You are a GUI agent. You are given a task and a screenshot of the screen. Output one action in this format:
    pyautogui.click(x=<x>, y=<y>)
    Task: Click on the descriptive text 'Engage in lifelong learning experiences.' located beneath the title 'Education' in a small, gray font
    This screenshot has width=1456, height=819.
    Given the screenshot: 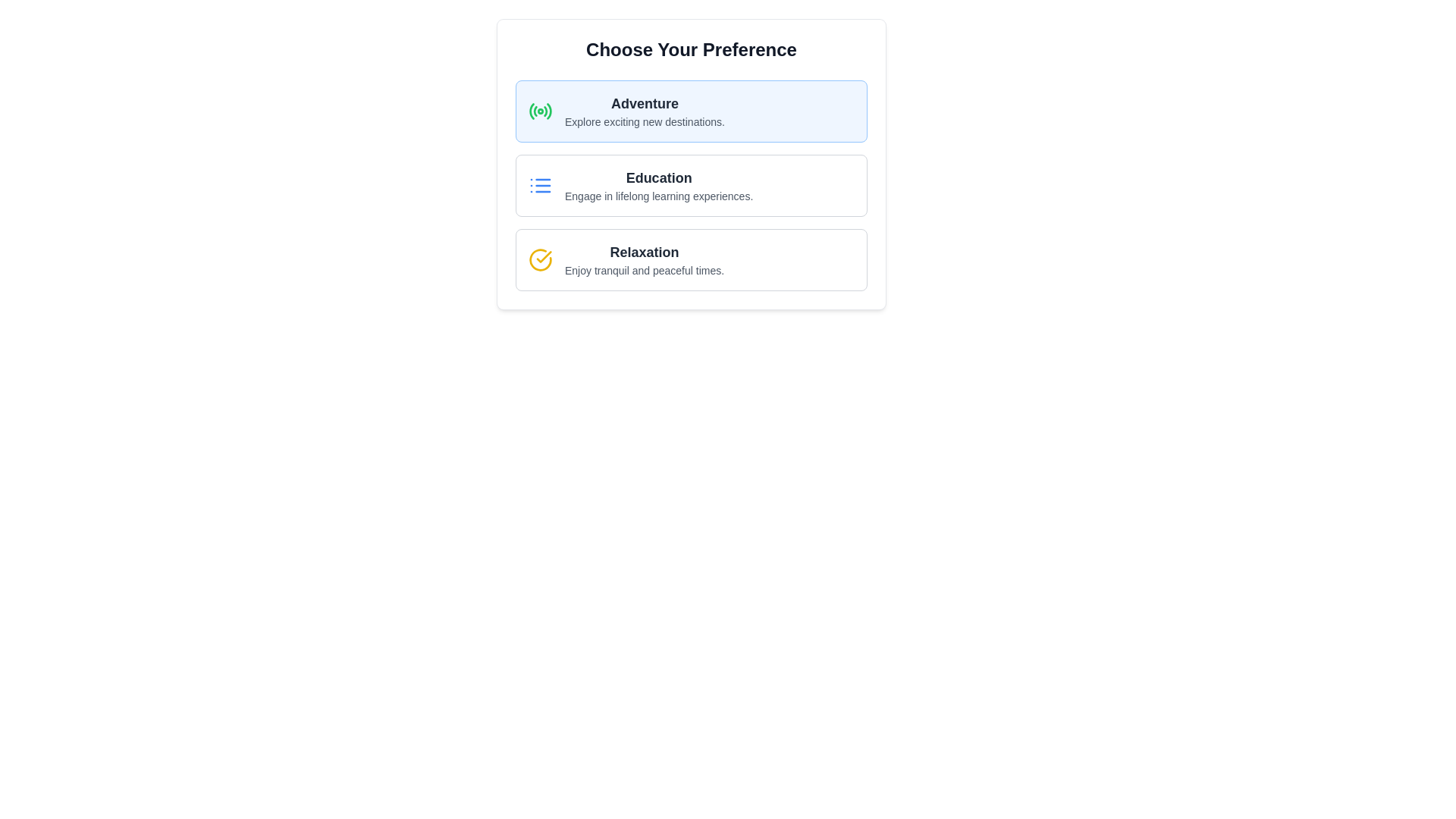 What is the action you would take?
    pyautogui.click(x=659, y=195)
    